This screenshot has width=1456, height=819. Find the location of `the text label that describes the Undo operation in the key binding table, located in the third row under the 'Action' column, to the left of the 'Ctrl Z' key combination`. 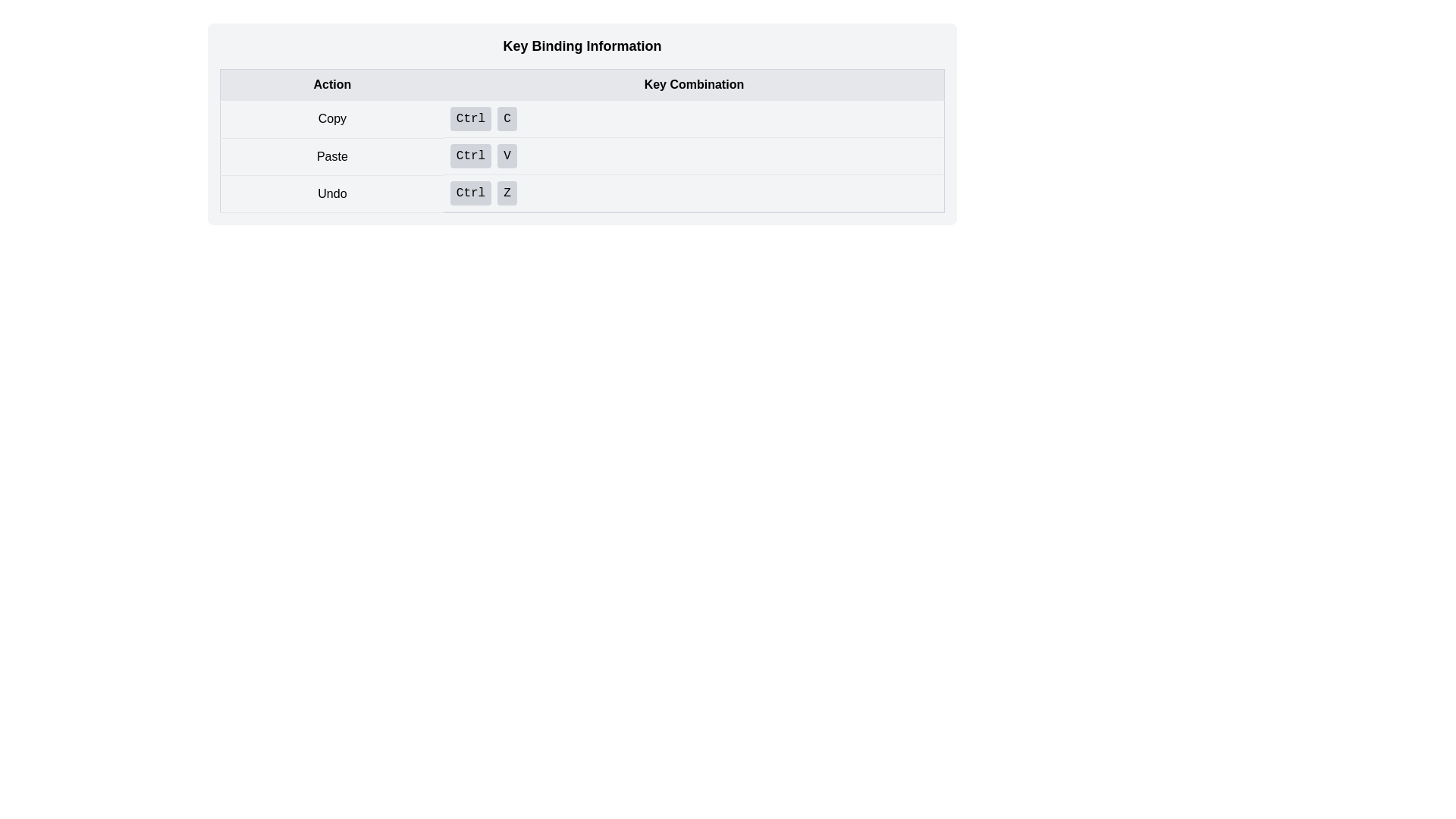

the text label that describes the Undo operation in the key binding table, located in the third row under the 'Action' column, to the left of the 'Ctrl Z' key combination is located at coordinates (331, 193).